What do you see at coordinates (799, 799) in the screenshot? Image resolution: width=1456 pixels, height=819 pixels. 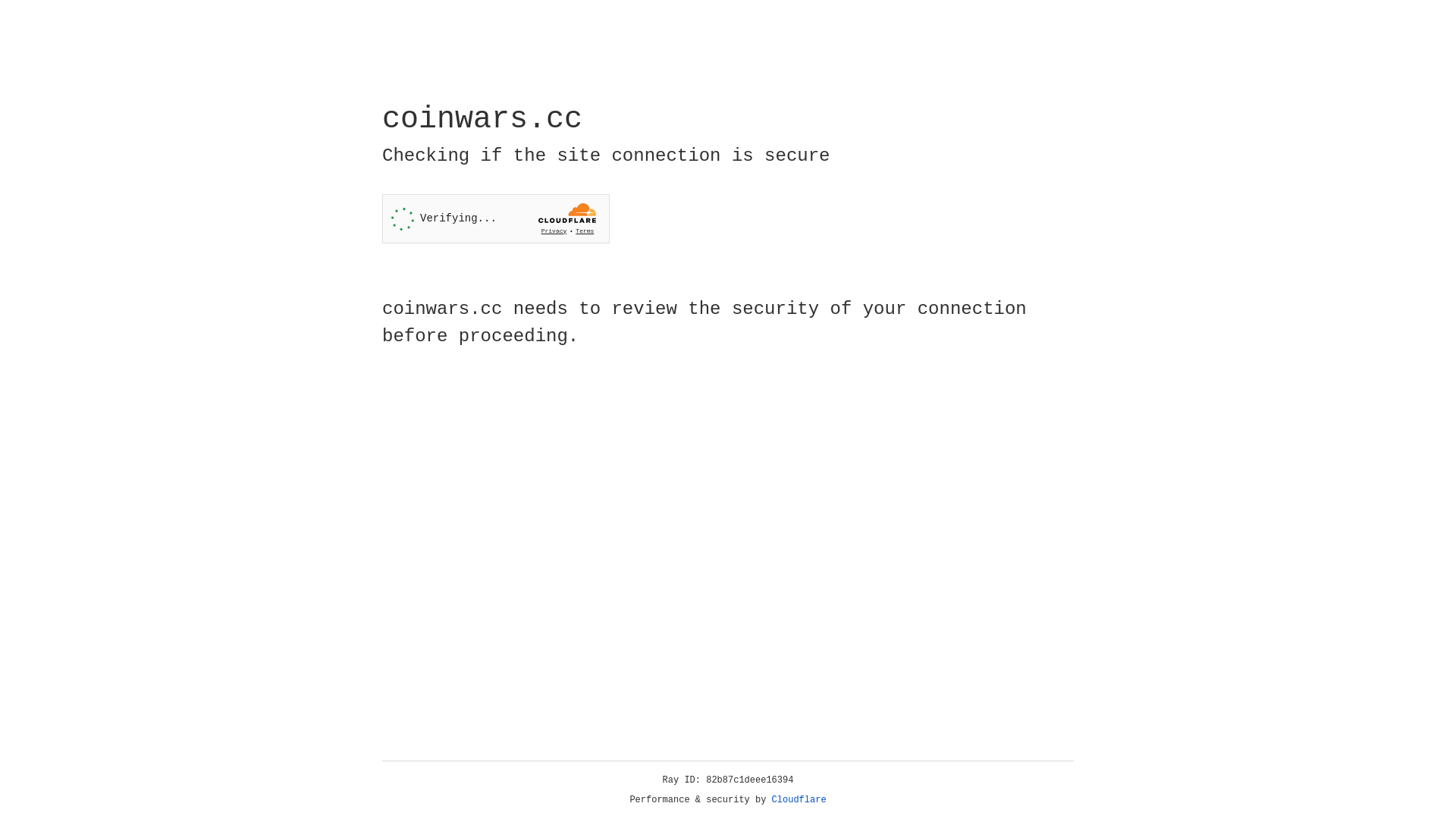 I see `'Cloudflare'` at bounding box center [799, 799].